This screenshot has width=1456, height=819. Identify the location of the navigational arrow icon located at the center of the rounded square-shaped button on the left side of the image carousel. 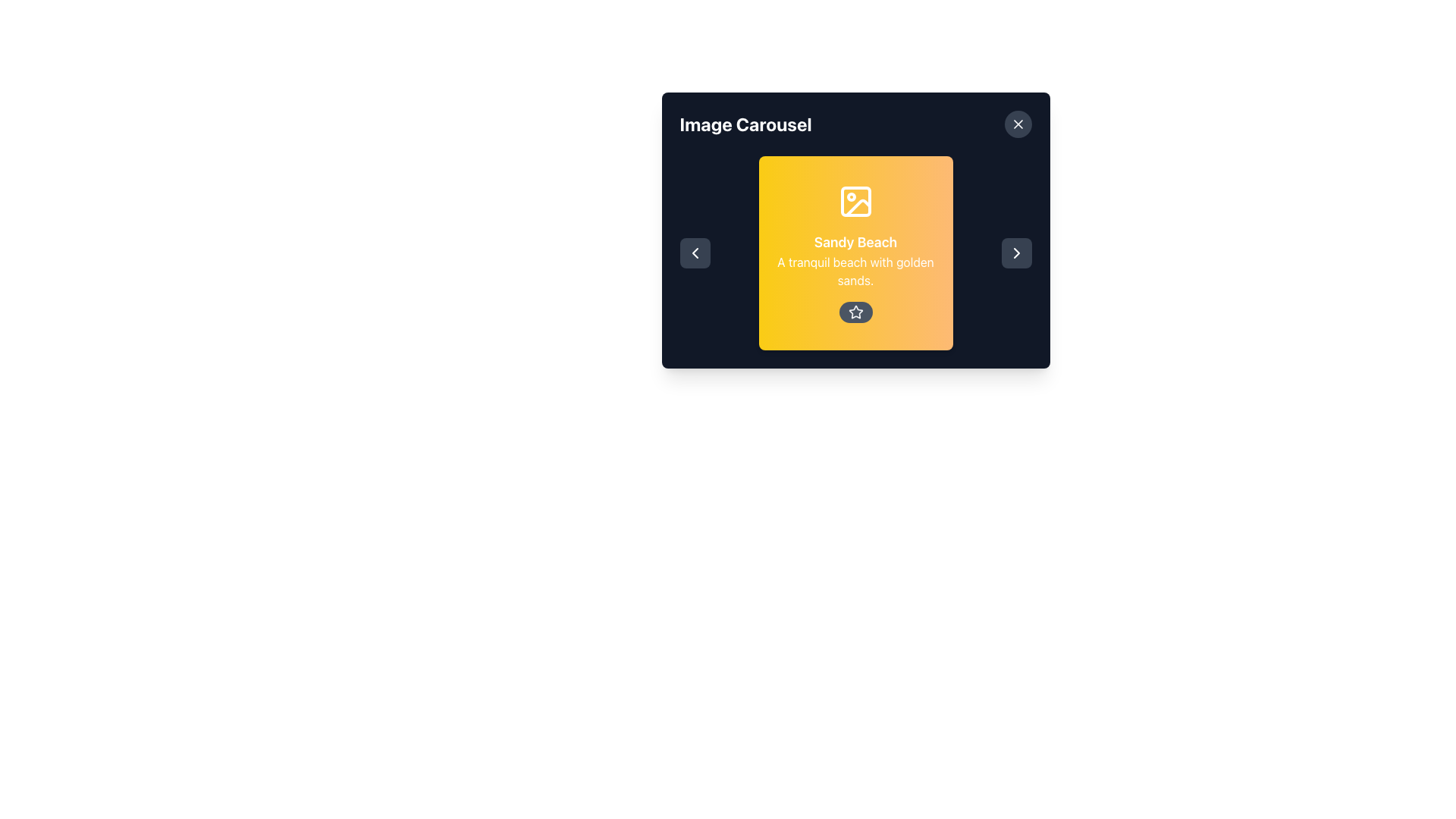
(694, 253).